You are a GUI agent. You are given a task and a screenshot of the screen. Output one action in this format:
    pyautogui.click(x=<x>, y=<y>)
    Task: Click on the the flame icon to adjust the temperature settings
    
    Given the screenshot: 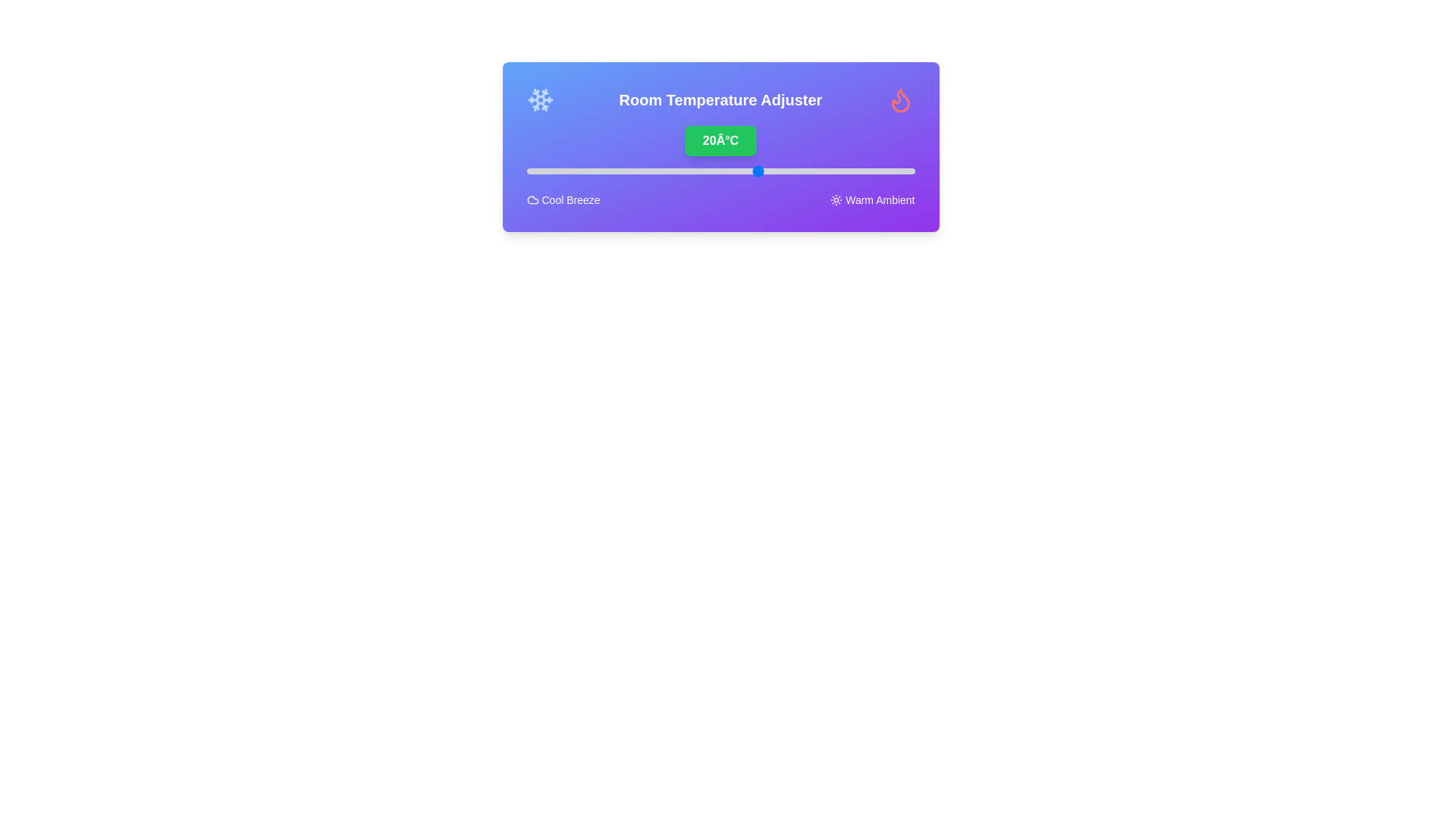 What is the action you would take?
    pyautogui.click(x=901, y=99)
    